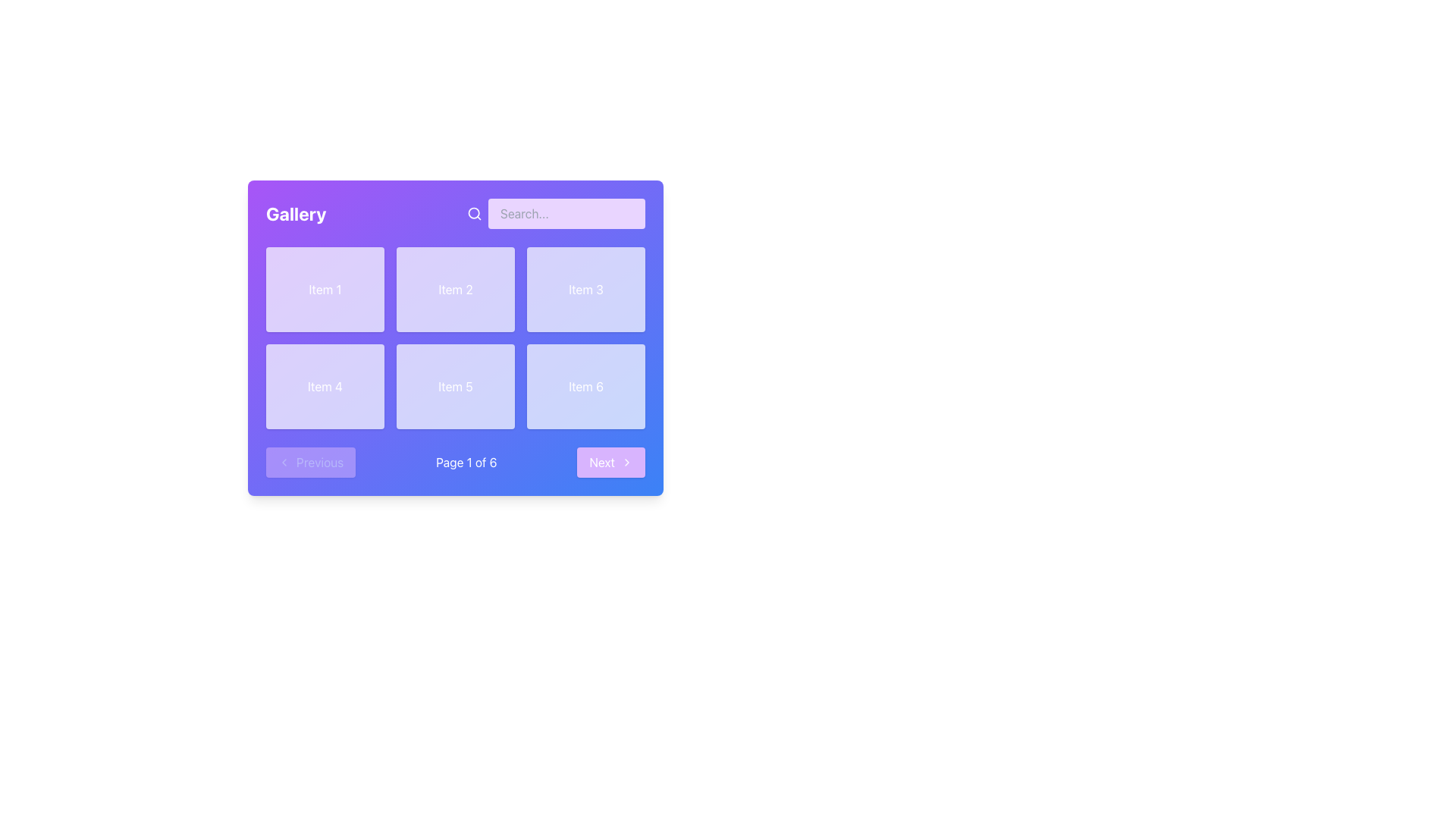 The width and height of the screenshot is (1456, 819). I want to click on the Text Label indicating 'Item 5' in the fifth item of the second row of a 2x3 grid, so click(454, 385).